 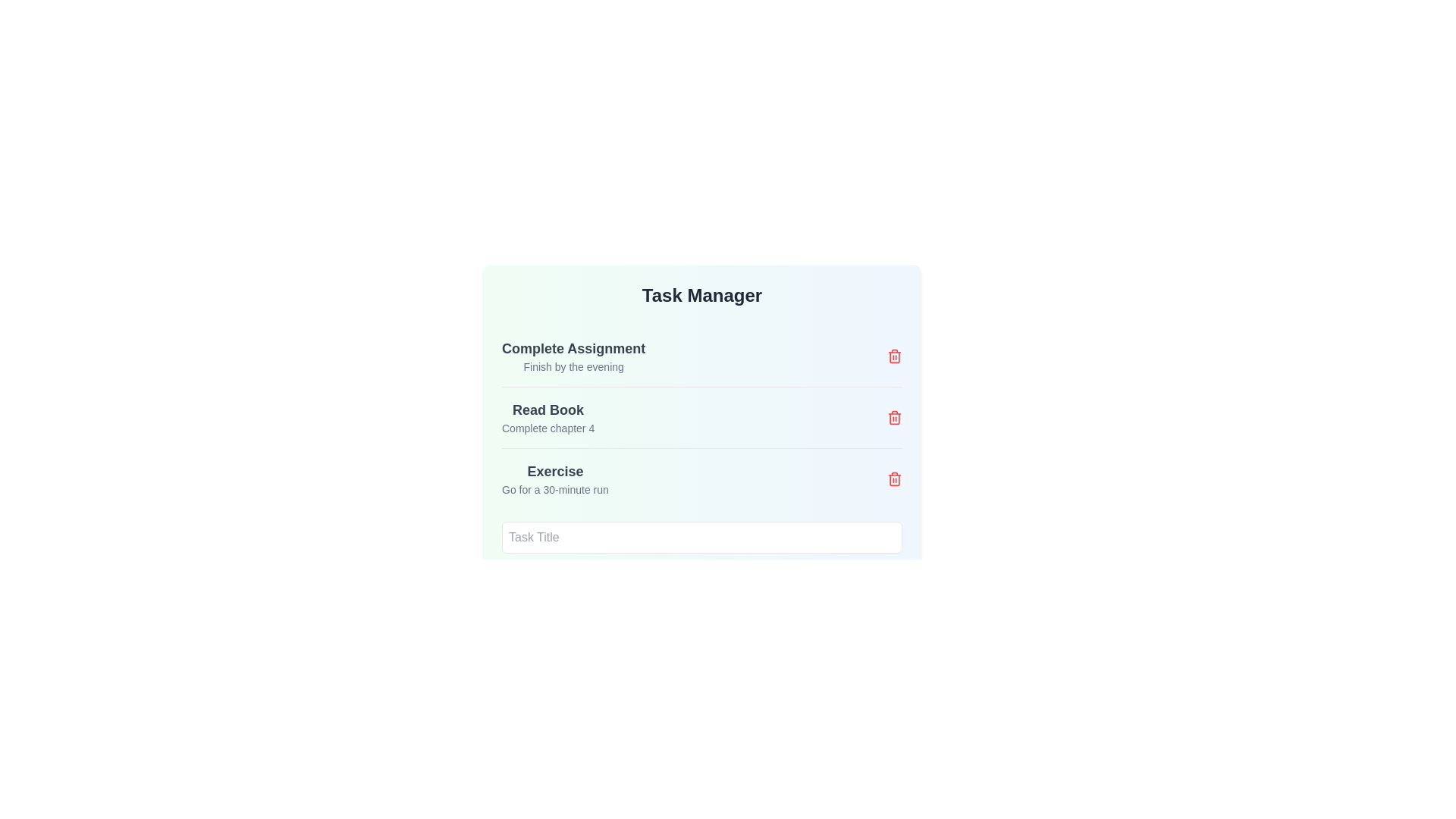 I want to click on the Text label that provides additional descriptive information related to the 'Read Book' task, positioned below and slightly indented to the right of the 'Read Book' text, so click(x=548, y=428).